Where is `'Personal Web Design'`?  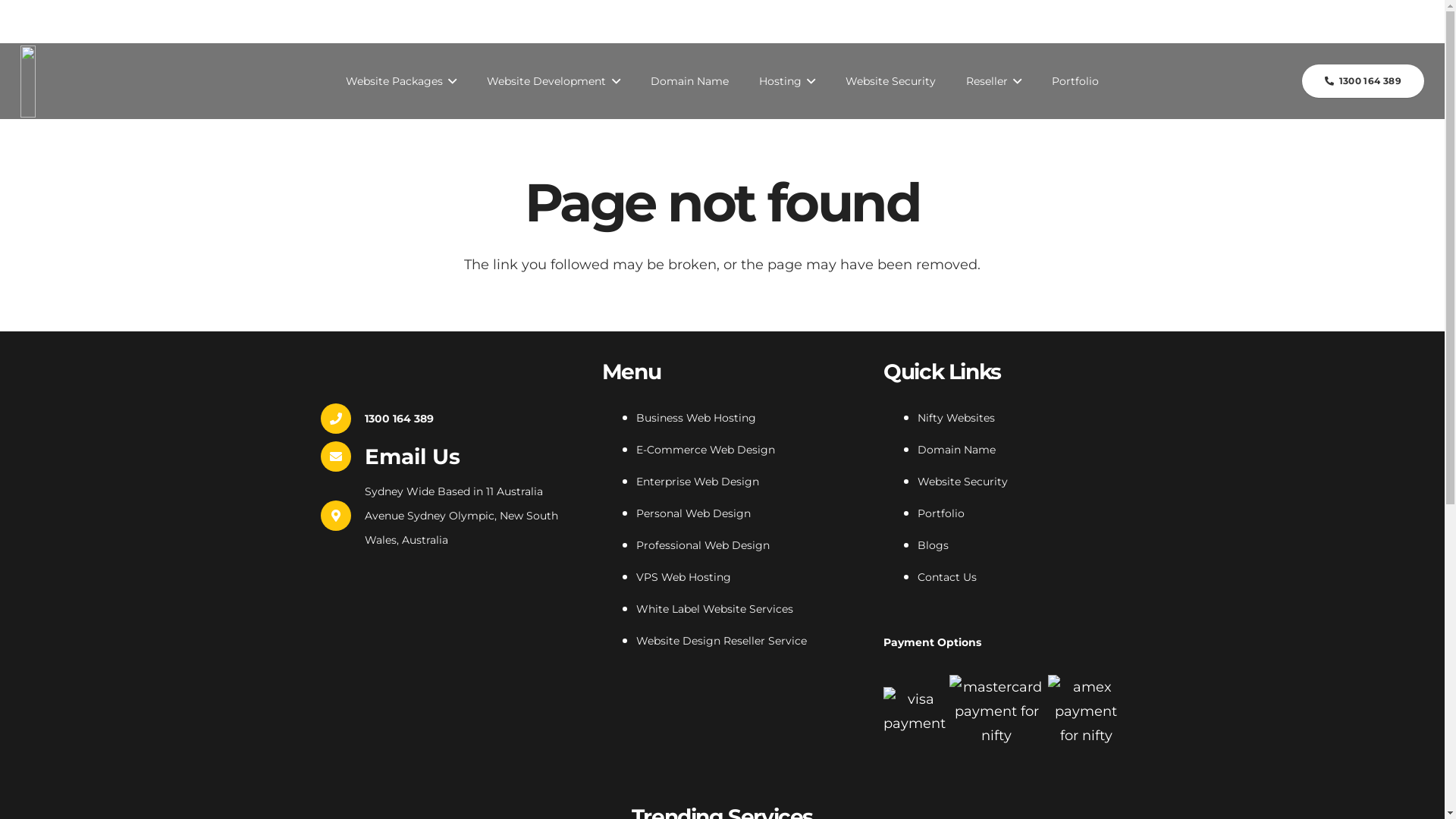
'Personal Web Design' is located at coordinates (636, 513).